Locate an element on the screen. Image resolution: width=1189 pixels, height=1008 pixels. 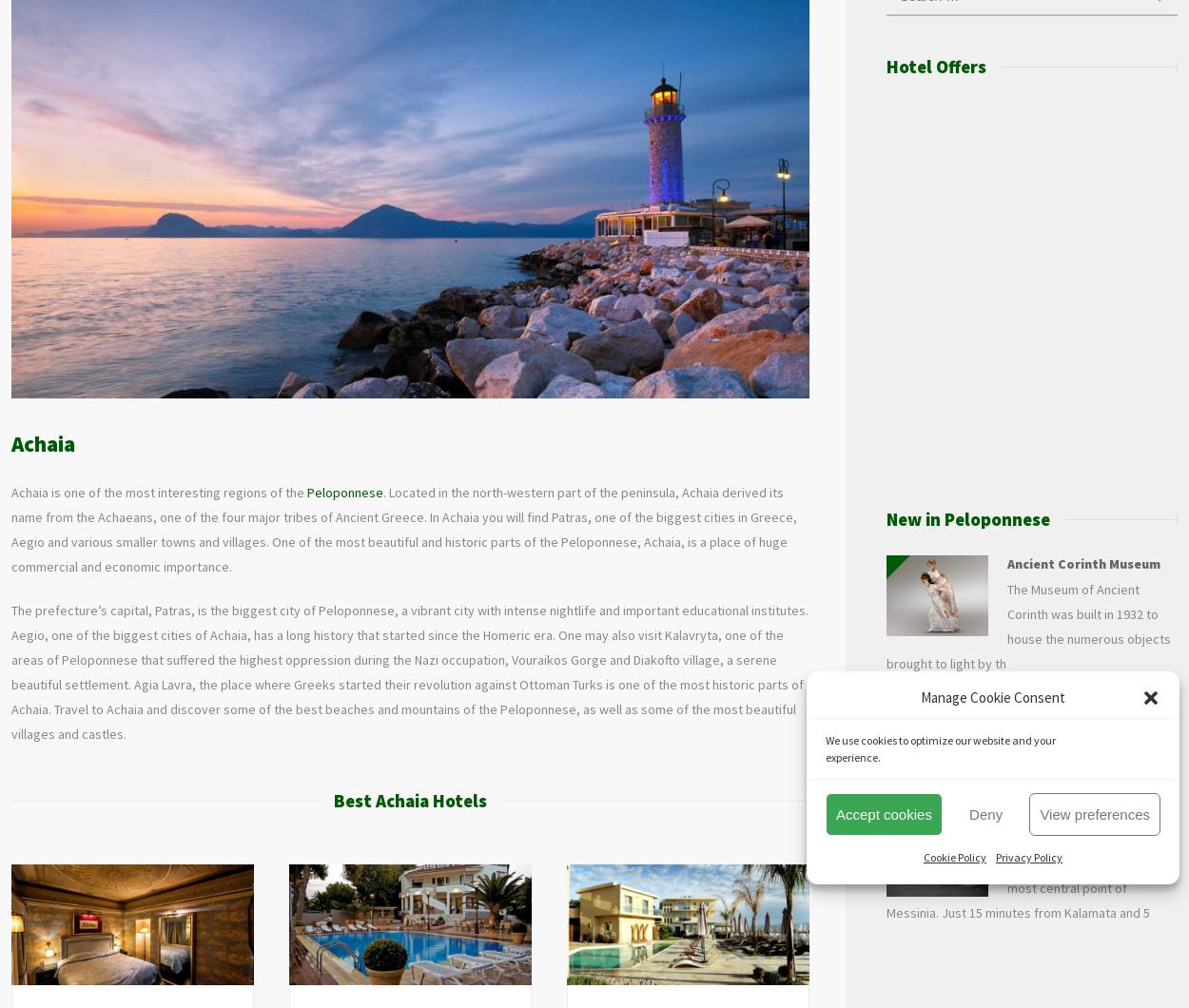
'Poseidonos 1, Kamínia, 25002, Greece' is located at coordinates (441, 976).